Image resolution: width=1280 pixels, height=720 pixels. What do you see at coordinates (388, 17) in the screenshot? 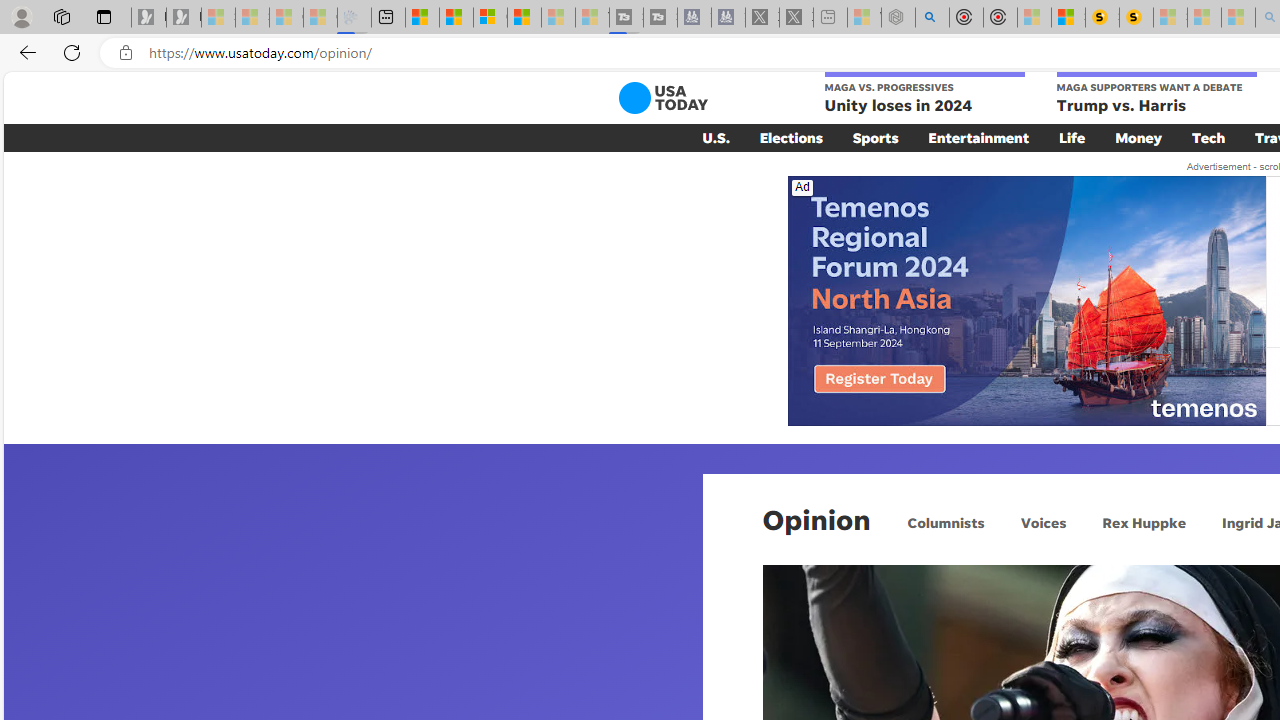
I see `'New tab'` at bounding box center [388, 17].